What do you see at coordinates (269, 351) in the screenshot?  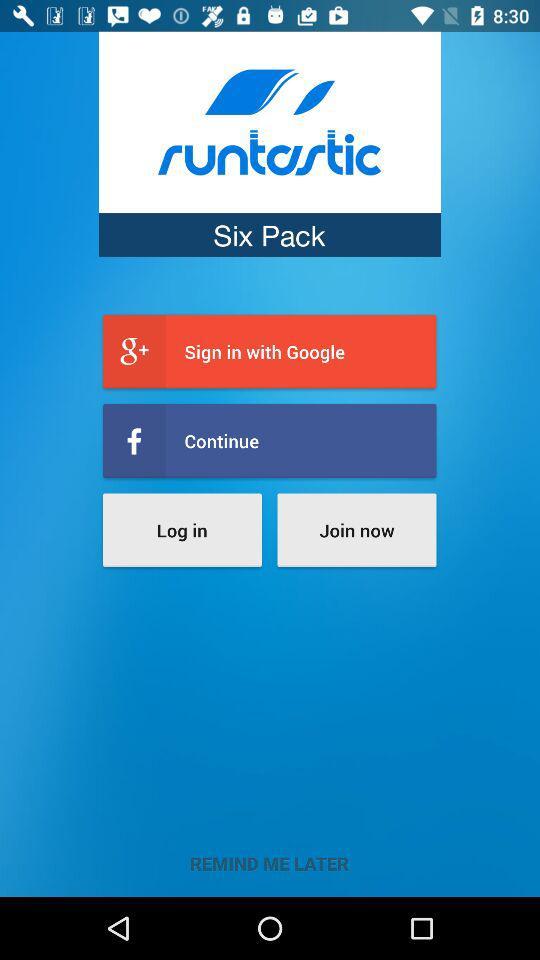 I see `icon above the continue item` at bounding box center [269, 351].